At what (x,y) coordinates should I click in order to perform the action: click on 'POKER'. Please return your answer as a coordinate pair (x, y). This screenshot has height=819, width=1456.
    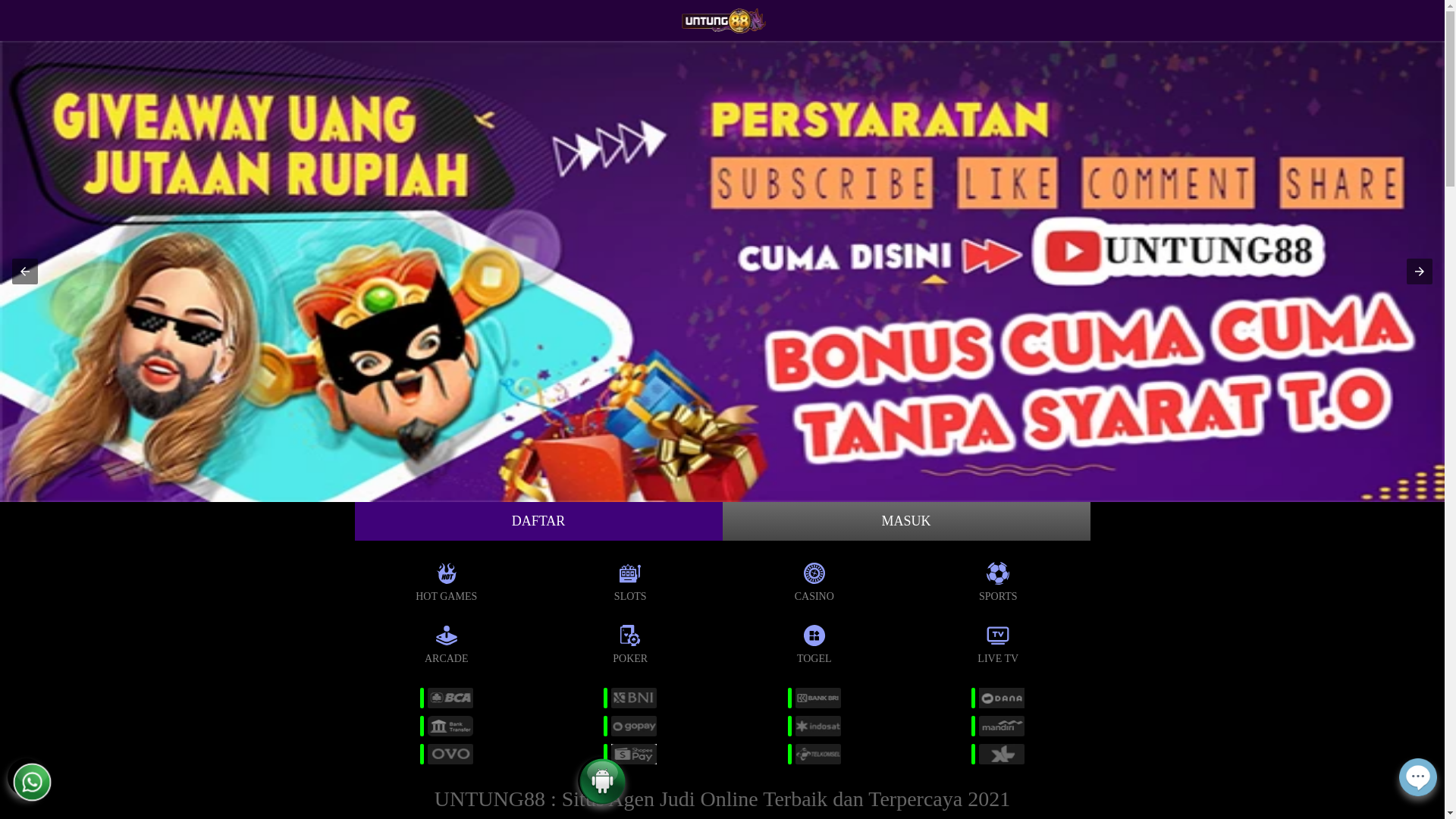
    Looking at the image, I should click on (630, 641).